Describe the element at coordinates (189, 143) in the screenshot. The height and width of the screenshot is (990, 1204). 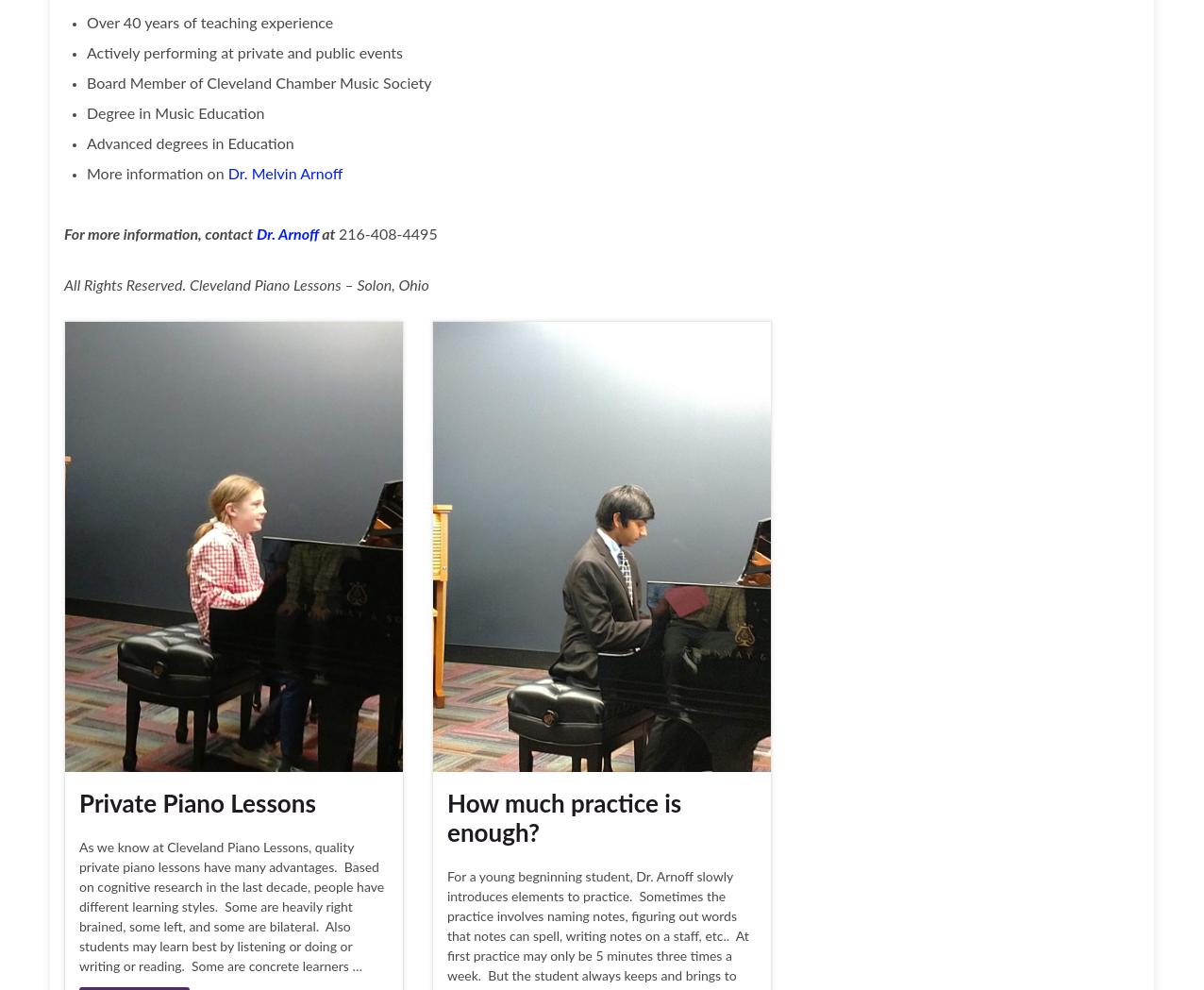
I see `'Advanced degrees in Education'` at that location.